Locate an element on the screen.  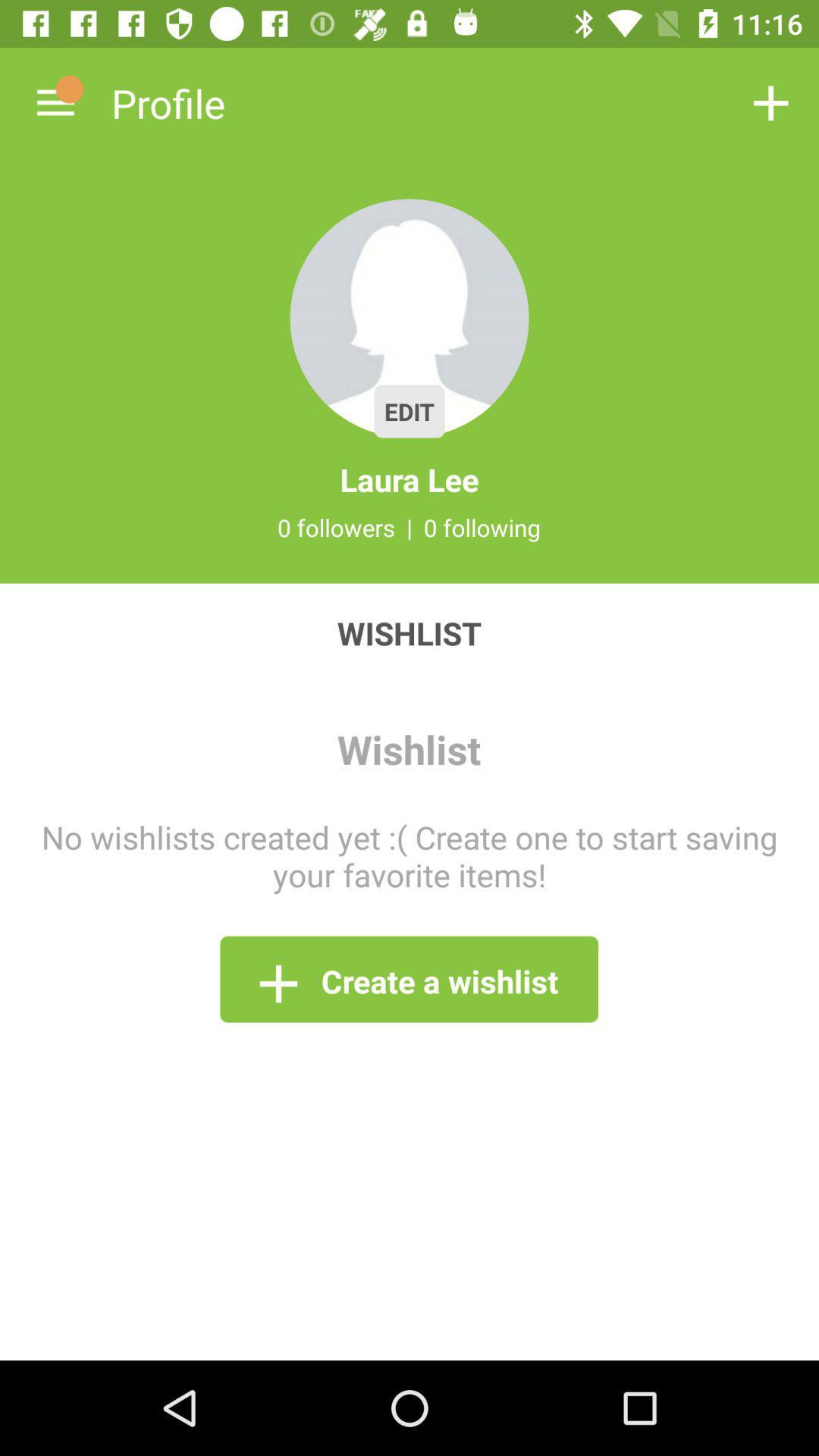
the icon above the     create a wishlist icon is located at coordinates (409, 855).